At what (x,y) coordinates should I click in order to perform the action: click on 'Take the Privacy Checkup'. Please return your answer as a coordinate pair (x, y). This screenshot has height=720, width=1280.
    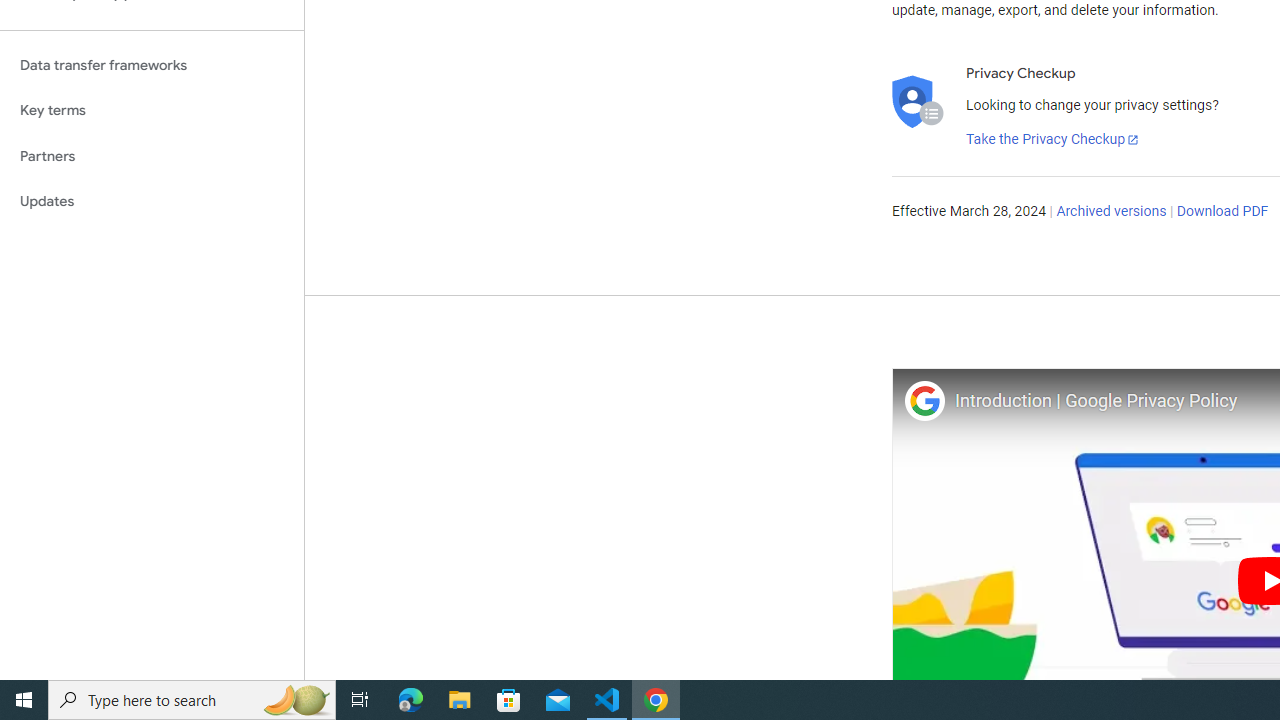
    Looking at the image, I should click on (1052, 139).